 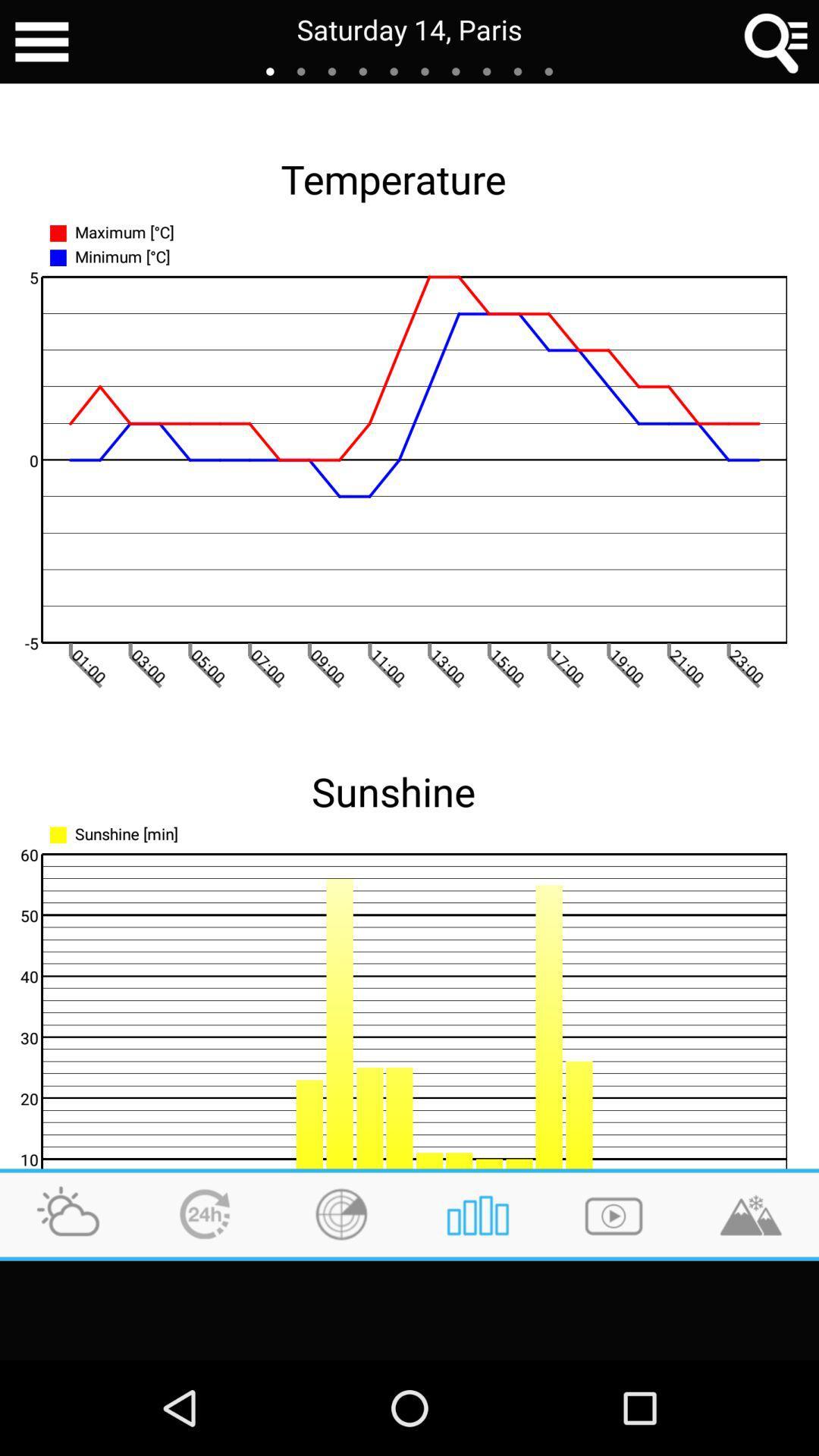 What do you see at coordinates (777, 42) in the screenshot?
I see `search` at bounding box center [777, 42].